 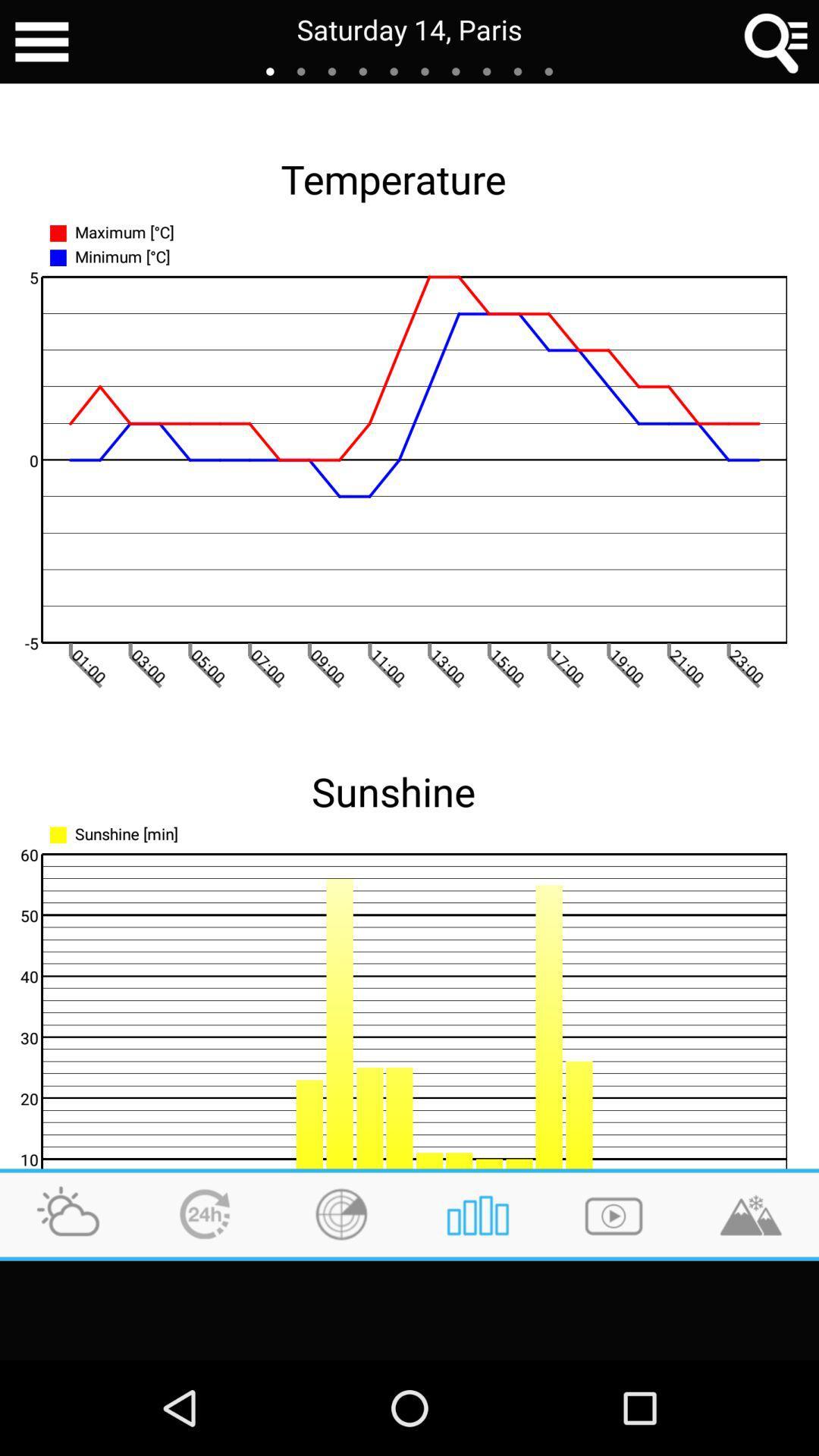 What do you see at coordinates (777, 42) in the screenshot?
I see `search` at bounding box center [777, 42].